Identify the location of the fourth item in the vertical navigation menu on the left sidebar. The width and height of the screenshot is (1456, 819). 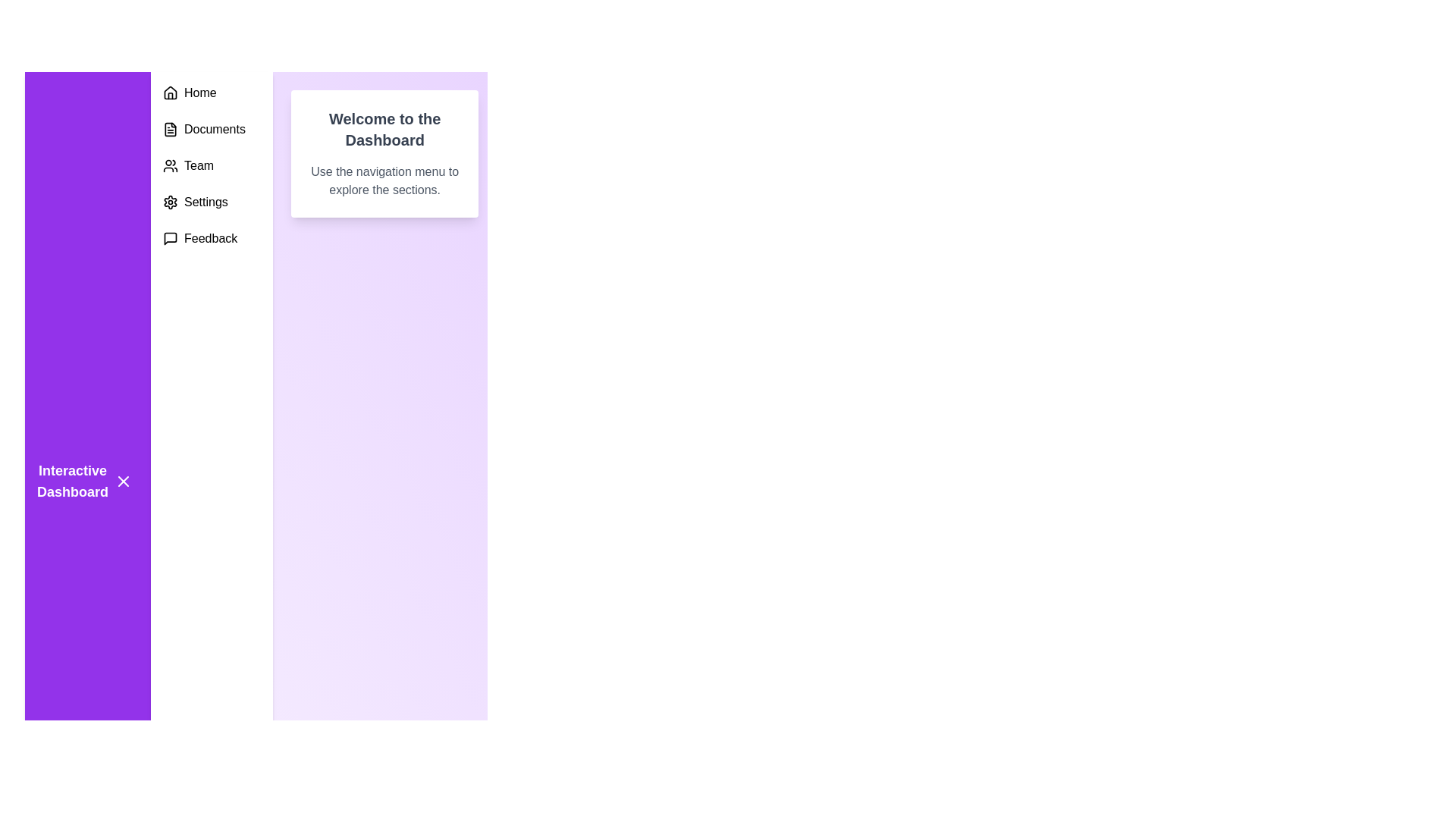
(211, 201).